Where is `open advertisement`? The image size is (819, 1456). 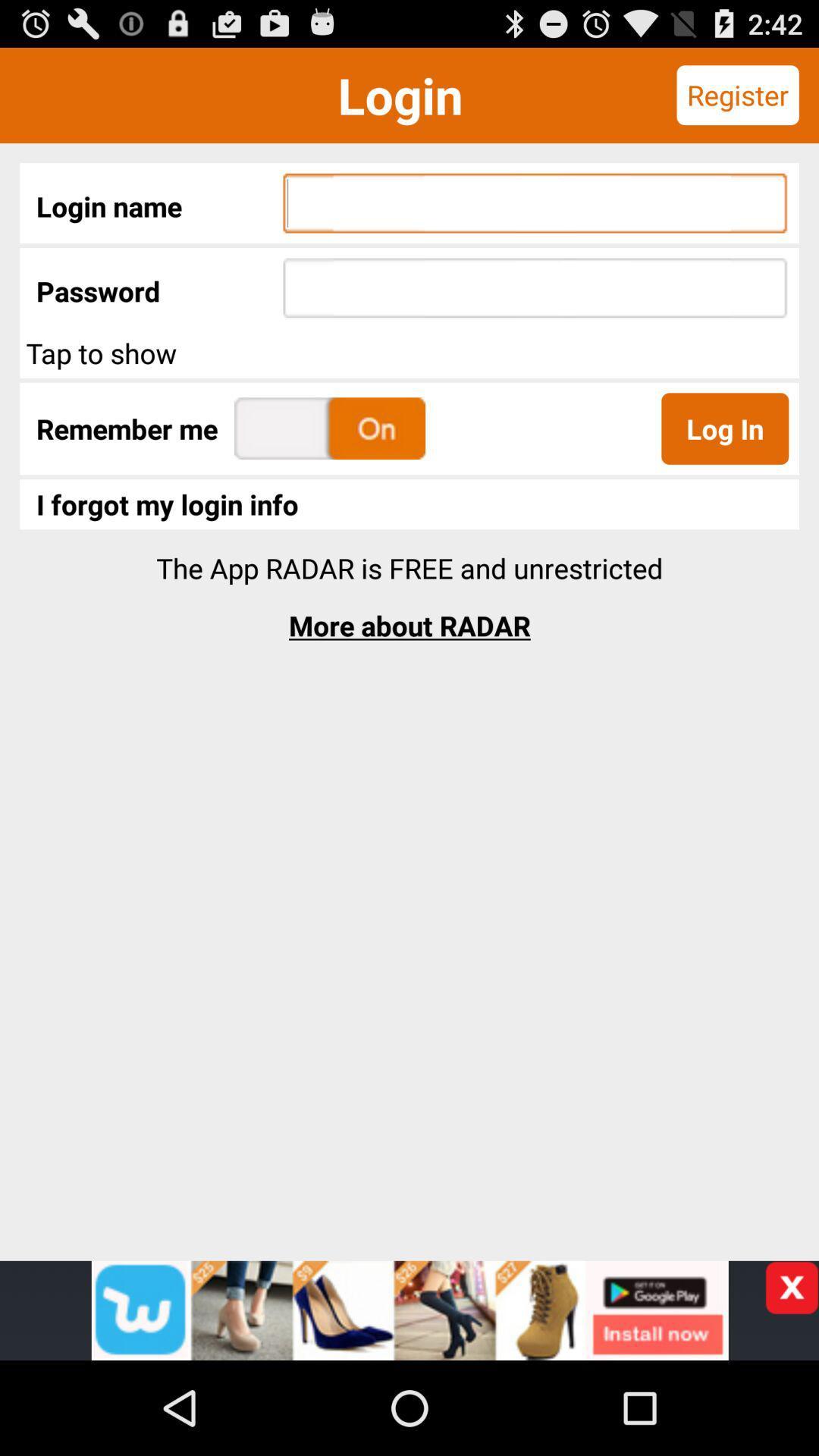 open advertisement is located at coordinates (409, 1310).